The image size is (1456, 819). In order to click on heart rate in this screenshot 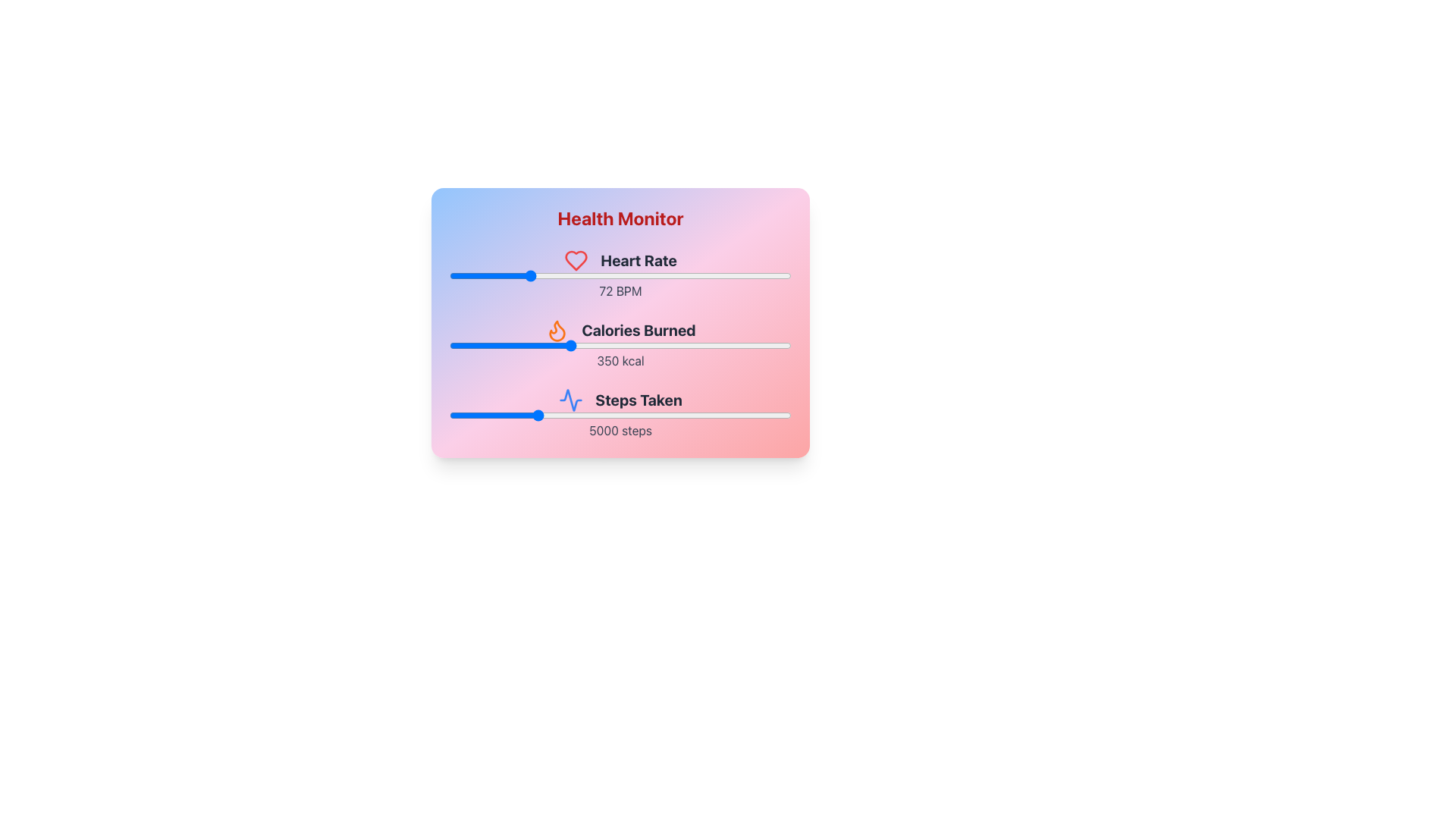, I will do `click(691, 275)`.